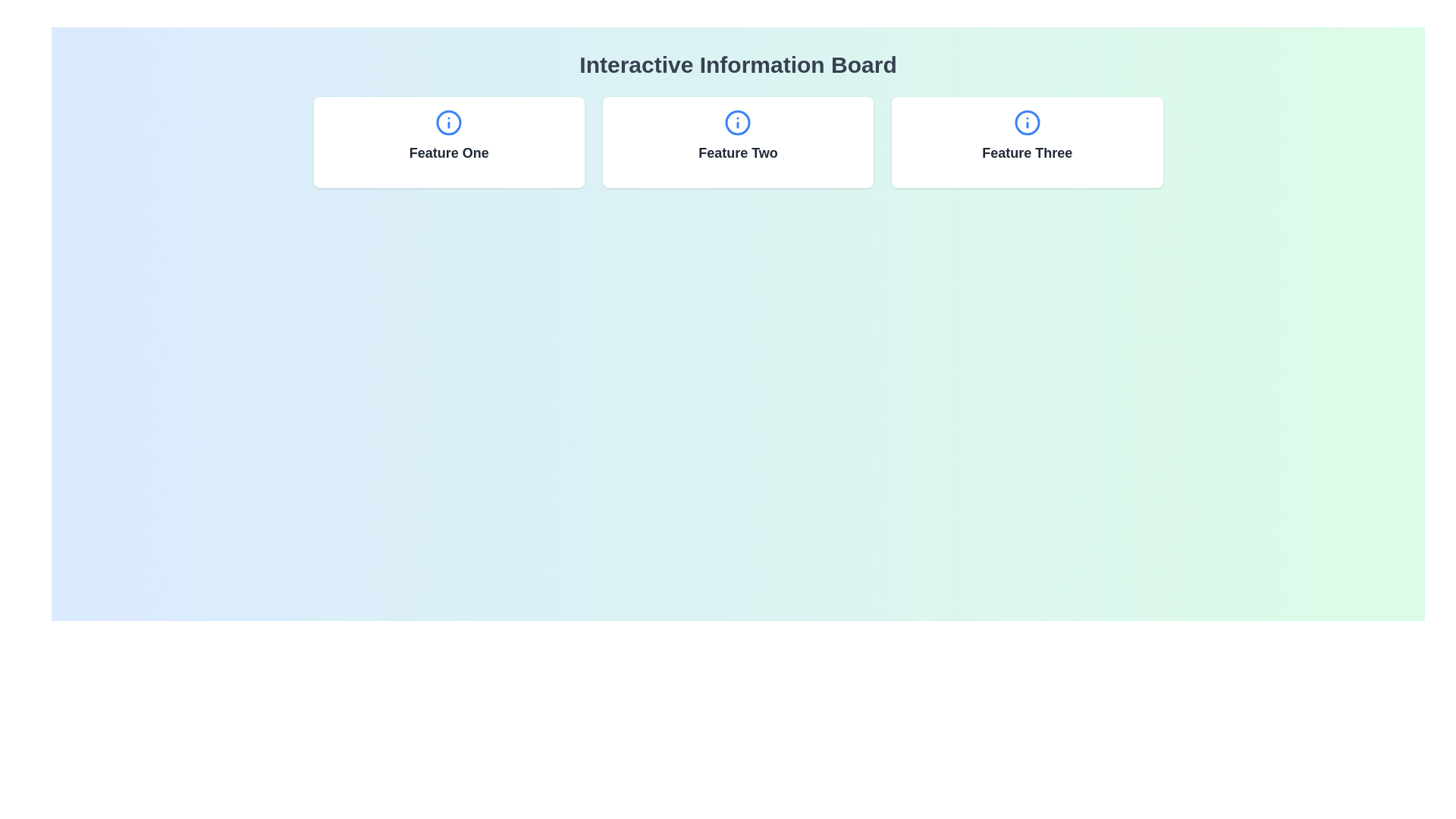  I want to click on the information icon, so click(738, 122).